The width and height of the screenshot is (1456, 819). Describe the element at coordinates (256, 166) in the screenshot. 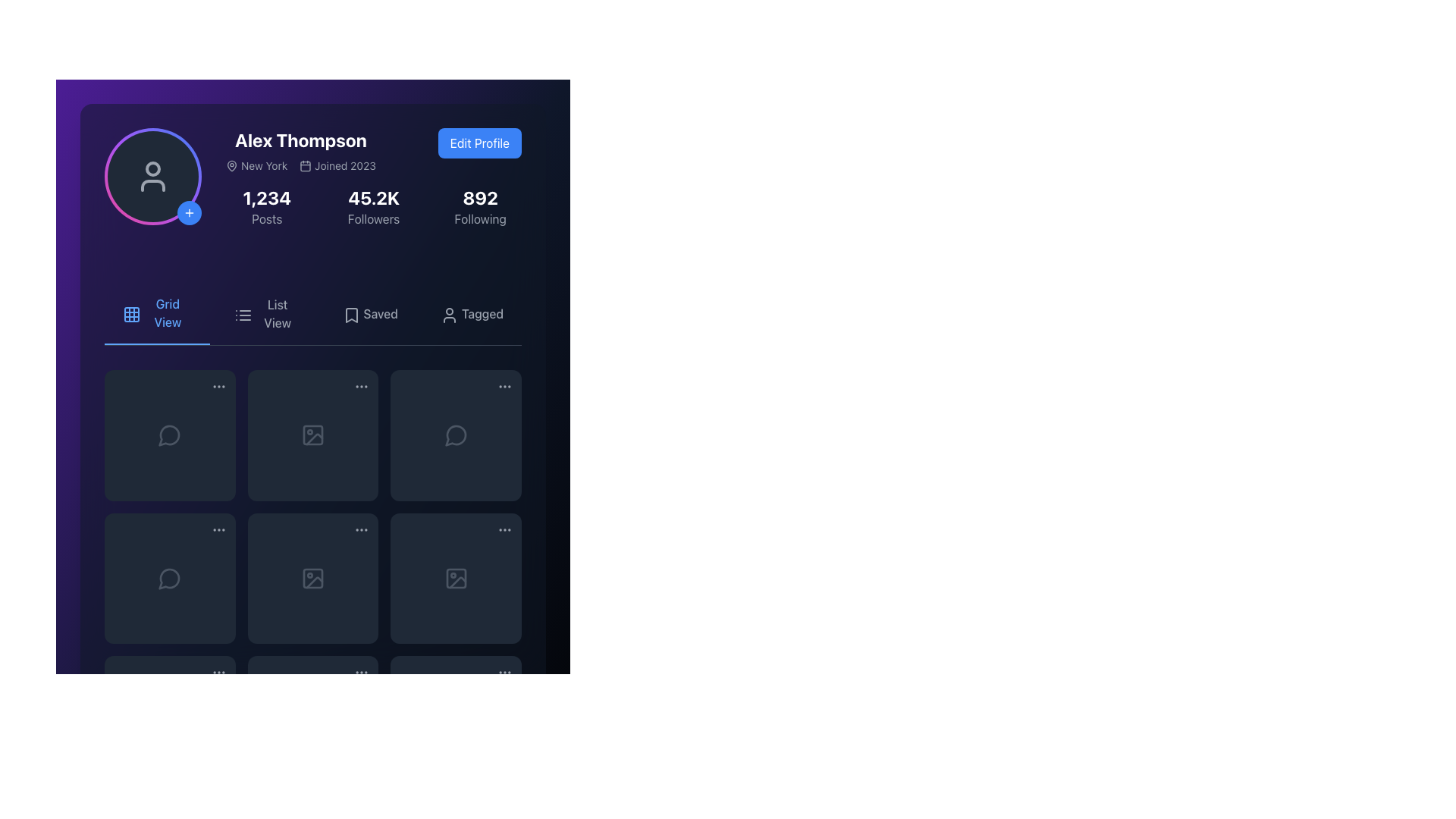

I see `the Text label with an accompanying icon located in the header section, which provides a location indicator for the user beneath the username 'Alex Thompson.'` at that location.